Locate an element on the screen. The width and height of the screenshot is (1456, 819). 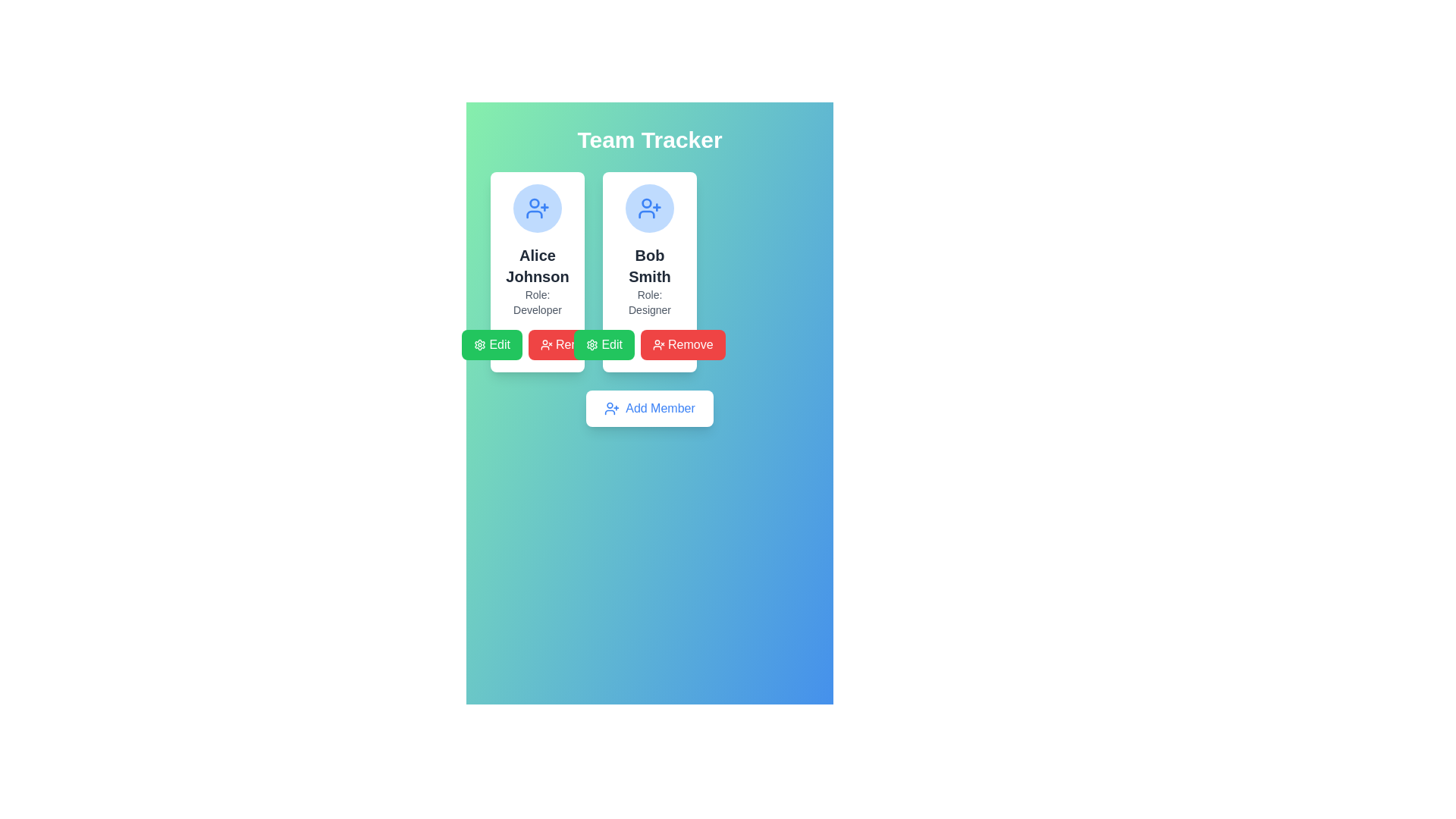
the circular SVG element that is part of the user avatar icon for 'Alice Johnson', located at the top-left corner of the profile card is located at coordinates (535, 202).